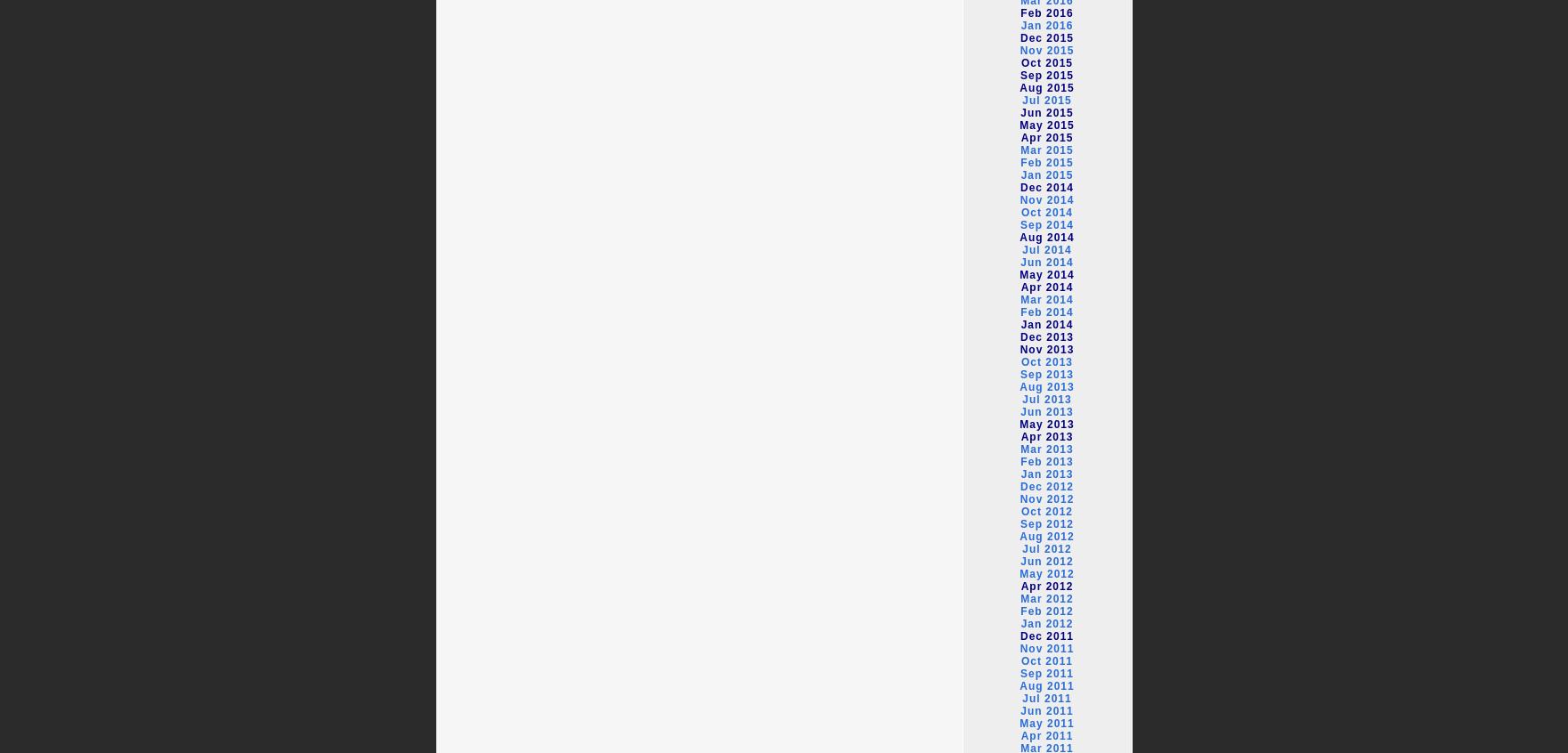  What do you see at coordinates (1019, 87) in the screenshot?
I see `'Aug 2015'` at bounding box center [1019, 87].